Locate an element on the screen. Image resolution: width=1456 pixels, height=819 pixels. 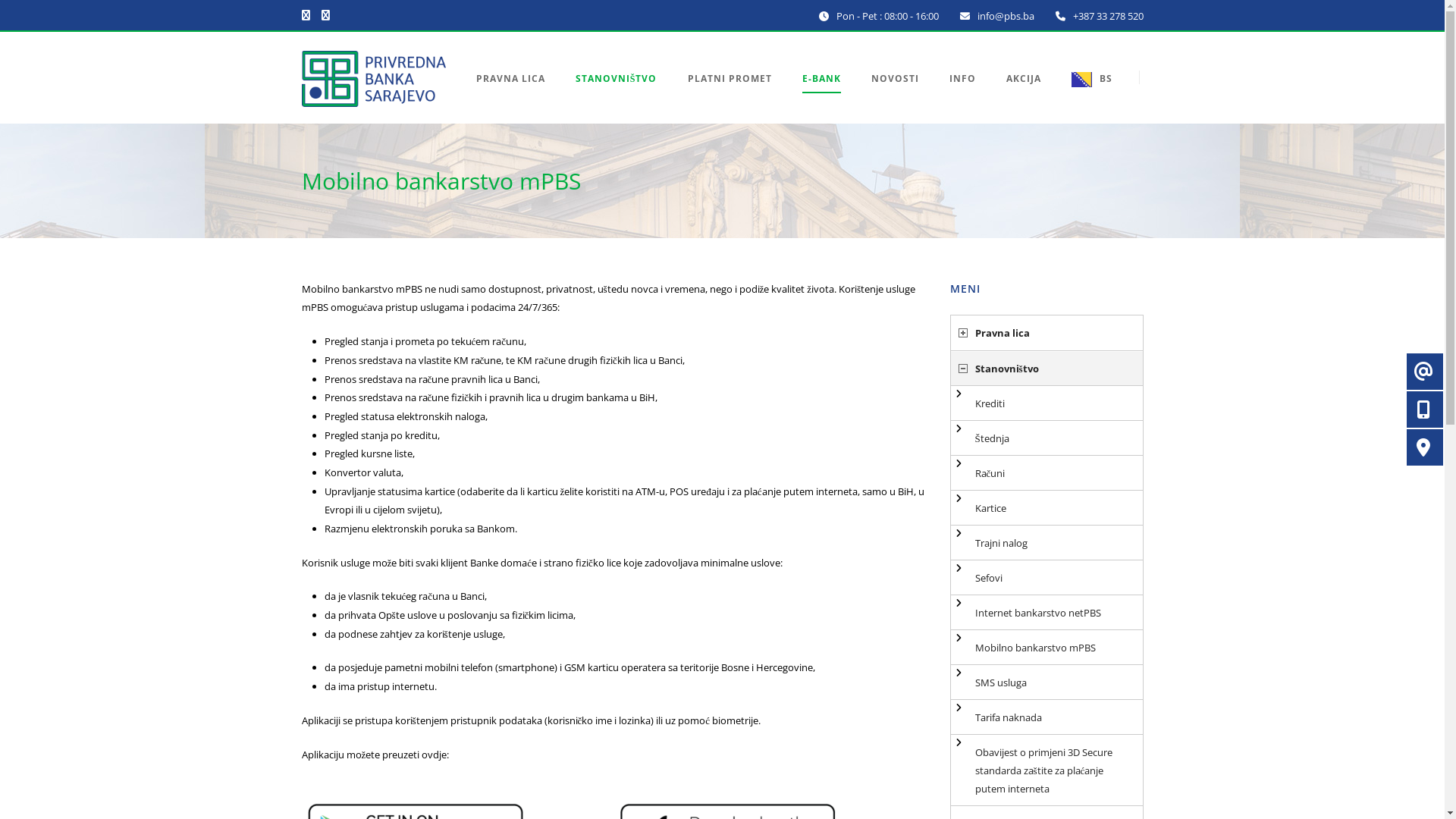
'SMS usluga' is located at coordinates (1046, 681).